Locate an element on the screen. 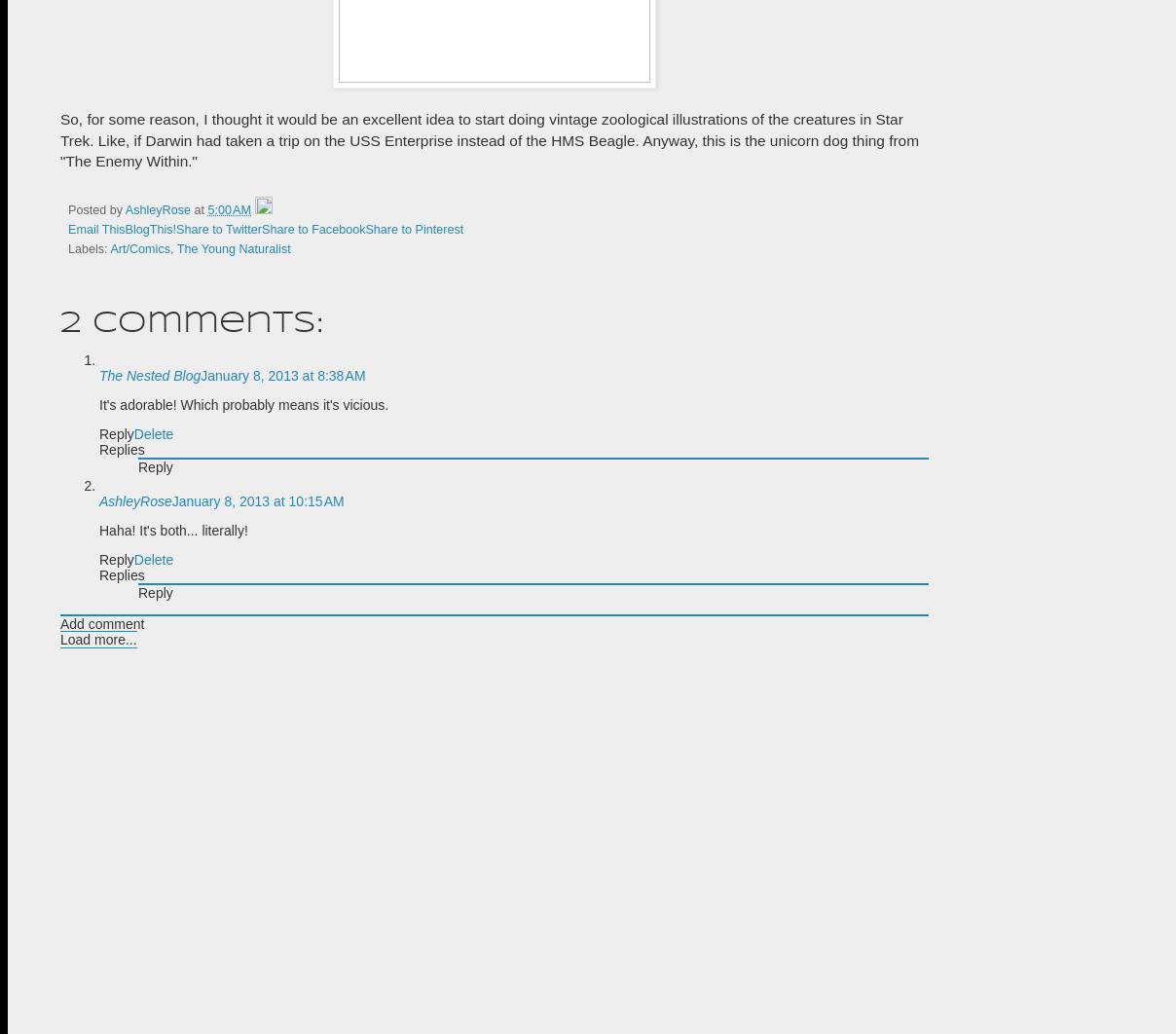  'So, for some reason, I thought it would be an excellent idea to start doing vintage zoological illustrations of the creatures in Star Trek. Like, if Darwin had taken a trip on the USS Enterprise instead of the HMS Beagle. Anyway, this is the unicorn dog thing from "The Enemy Within."' is located at coordinates (490, 140).